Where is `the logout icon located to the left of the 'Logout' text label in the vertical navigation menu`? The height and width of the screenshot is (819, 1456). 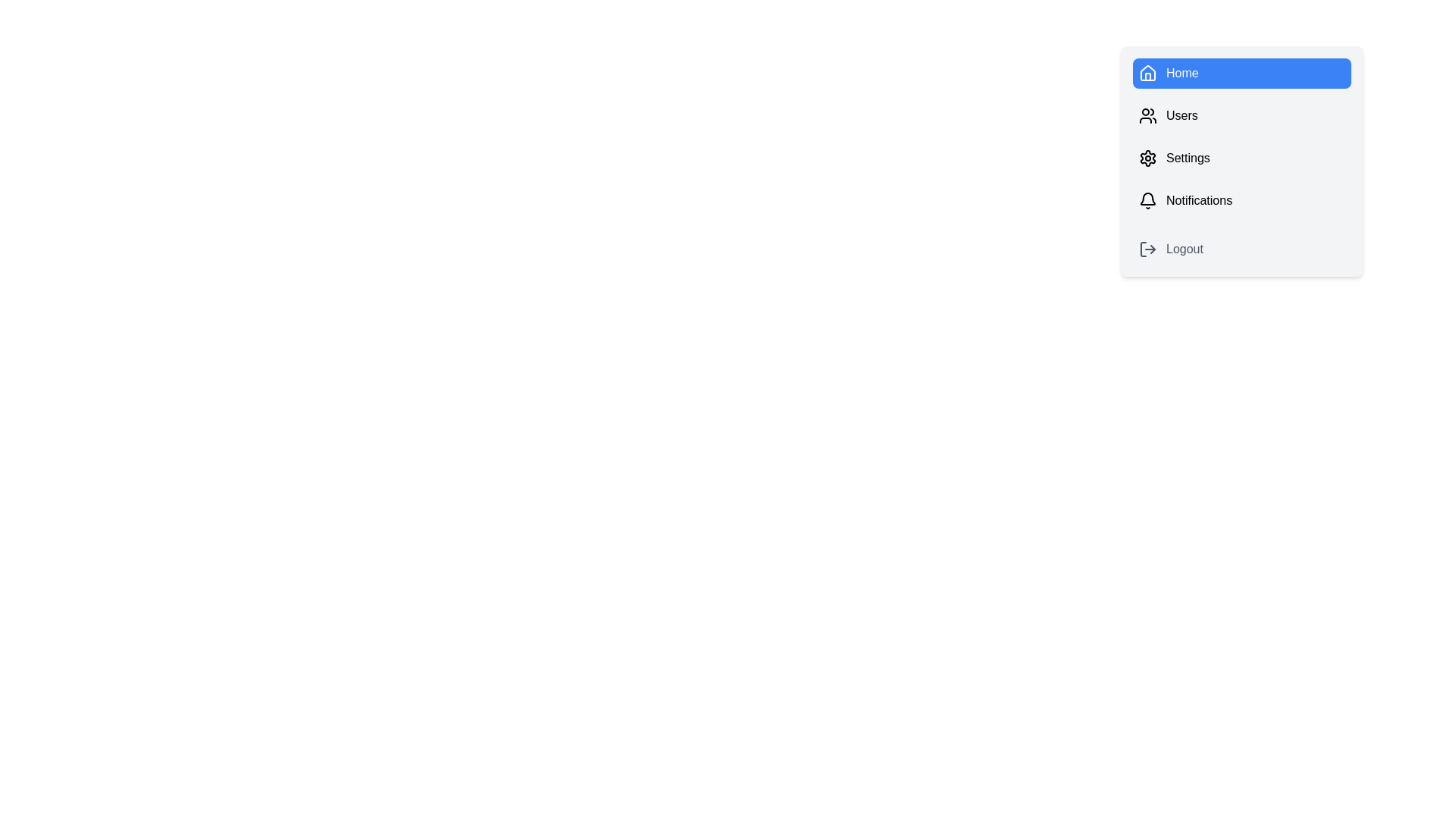
the logout icon located to the left of the 'Logout' text label in the vertical navigation menu is located at coordinates (1147, 248).